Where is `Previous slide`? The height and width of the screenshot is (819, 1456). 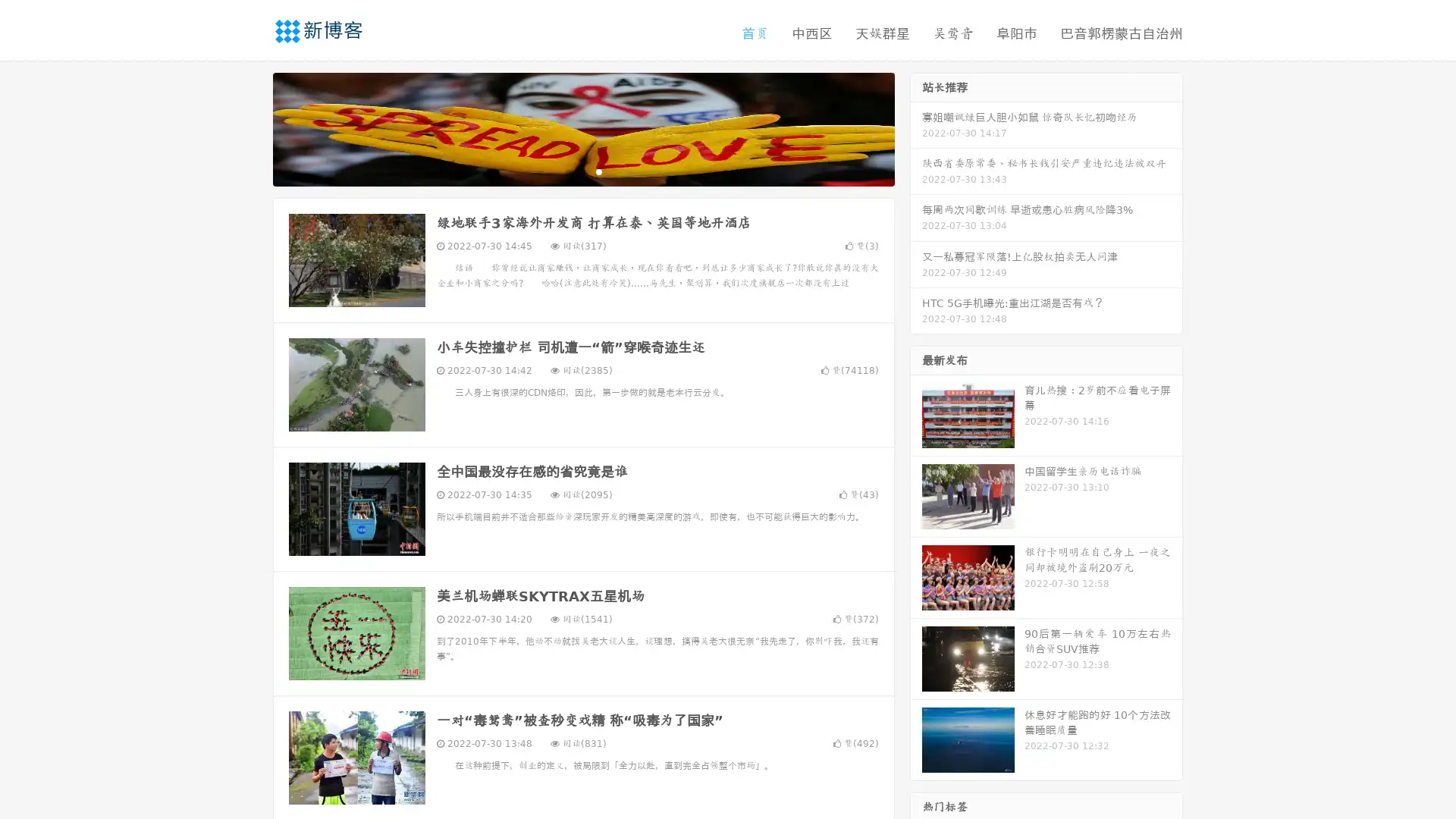 Previous slide is located at coordinates (250, 127).